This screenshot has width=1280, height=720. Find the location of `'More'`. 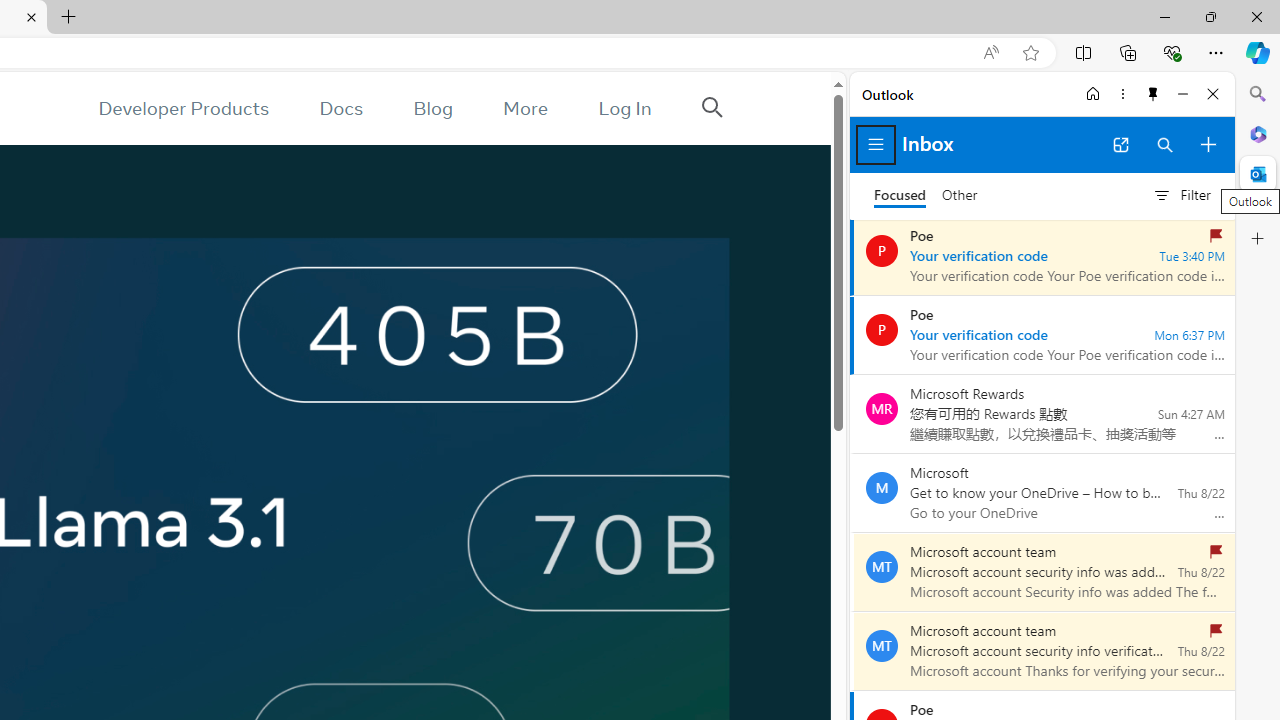

'More' is located at coordinates (525, 108).